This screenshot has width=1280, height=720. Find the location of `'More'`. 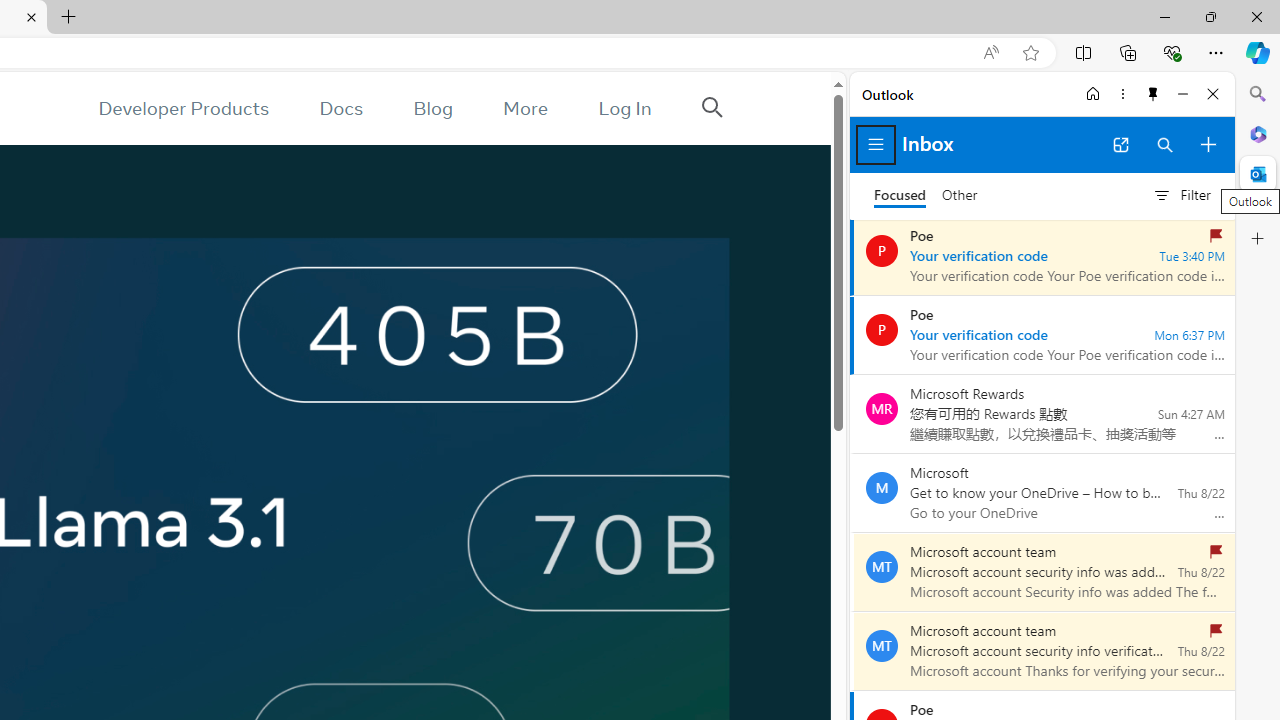

'More' is located at coordinates (525, 108).